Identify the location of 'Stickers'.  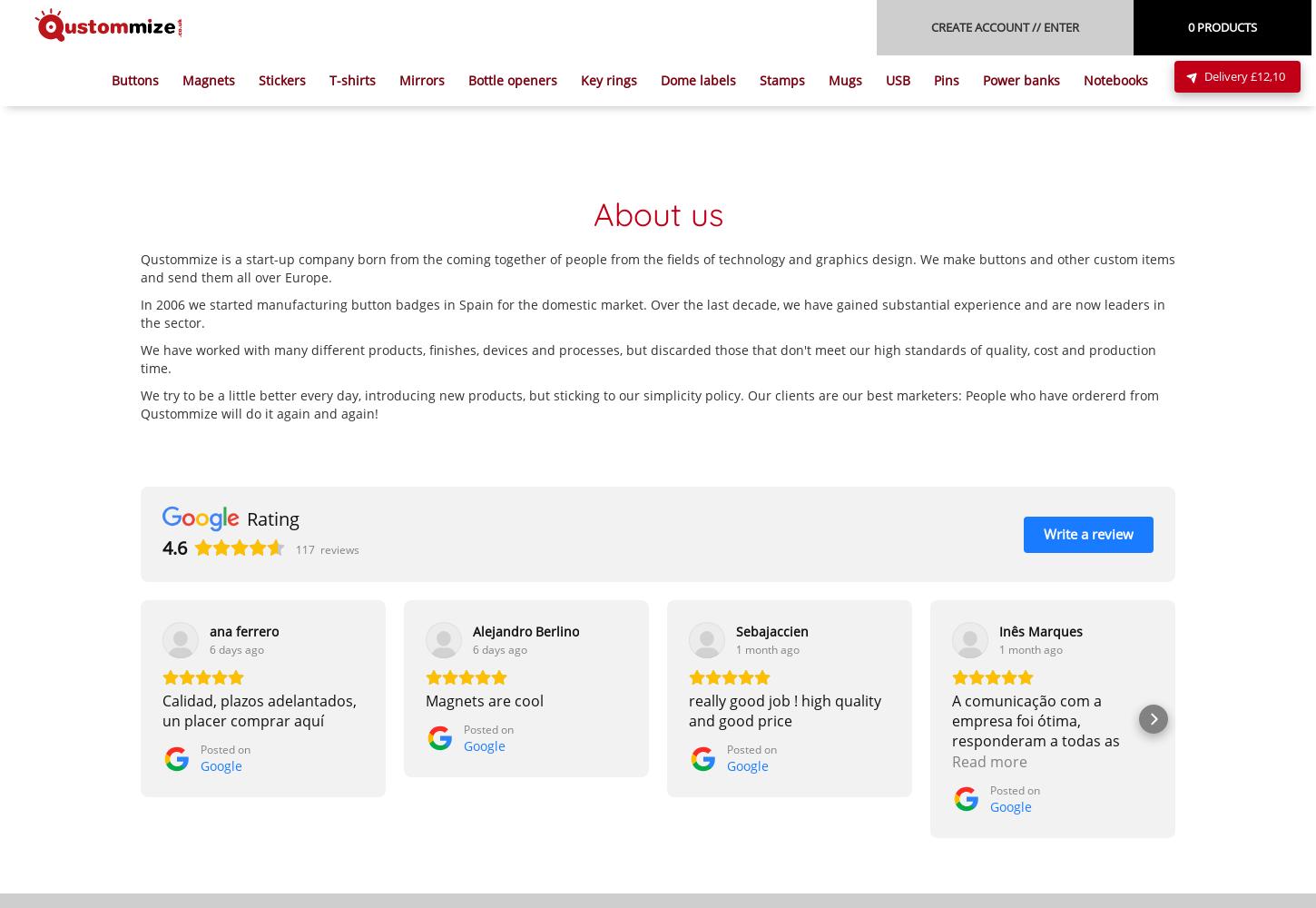
(282, 79).